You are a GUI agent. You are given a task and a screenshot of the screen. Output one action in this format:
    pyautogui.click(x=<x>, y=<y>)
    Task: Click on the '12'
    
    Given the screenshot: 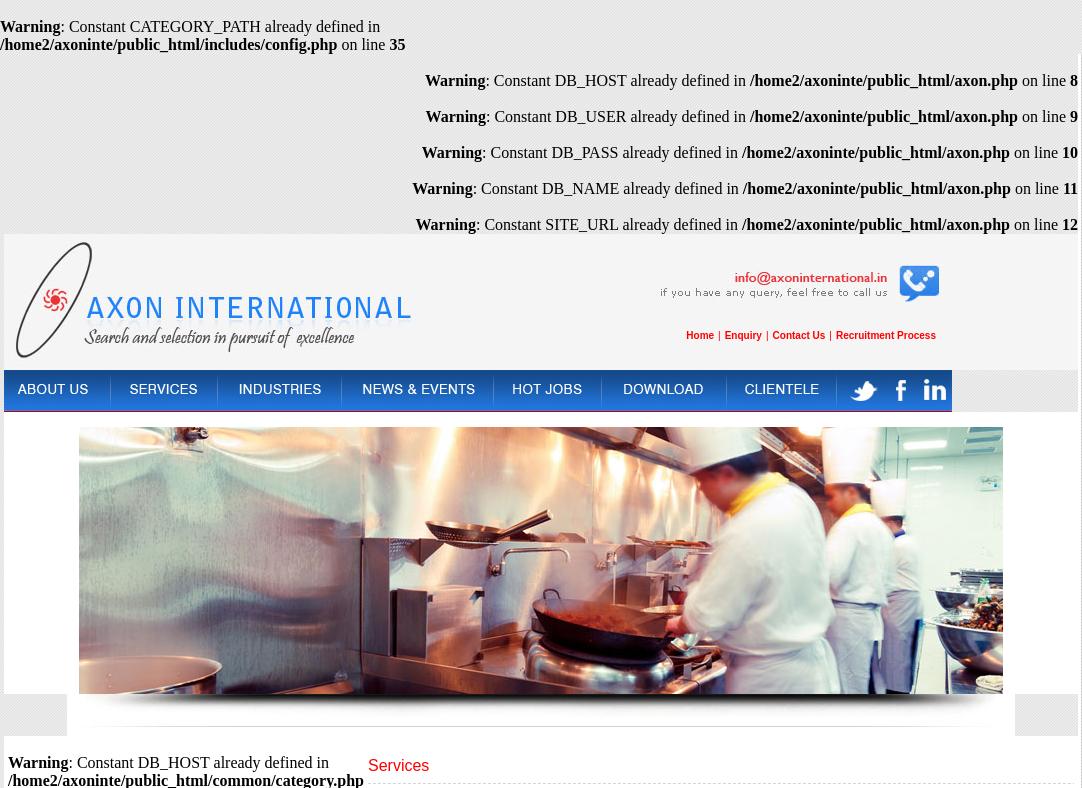 What is the action you would take?
    pyautogui.click(x=1068, y=223)
    